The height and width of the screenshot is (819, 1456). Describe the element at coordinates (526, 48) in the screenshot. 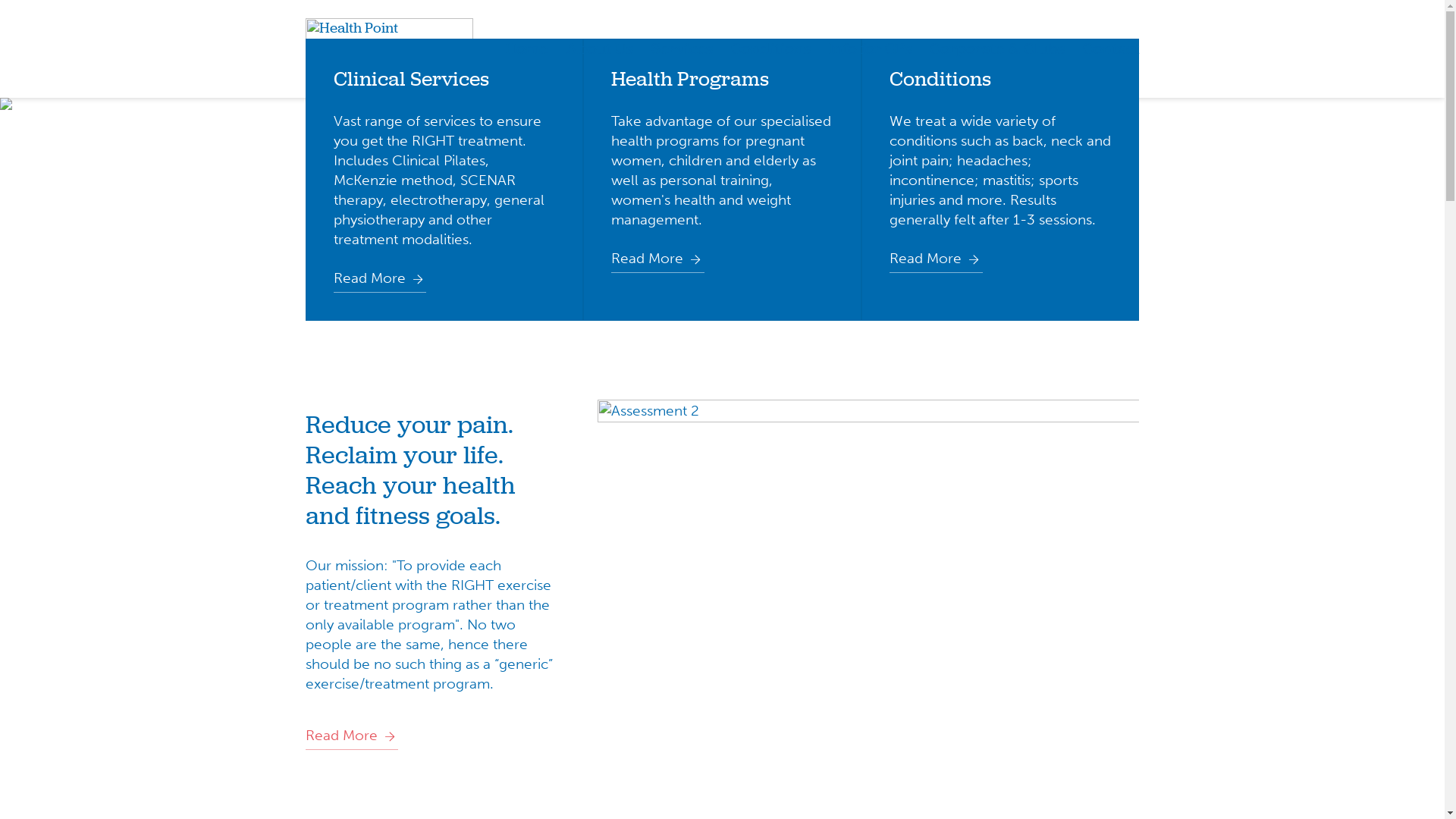

I see `'Home'` at that location.